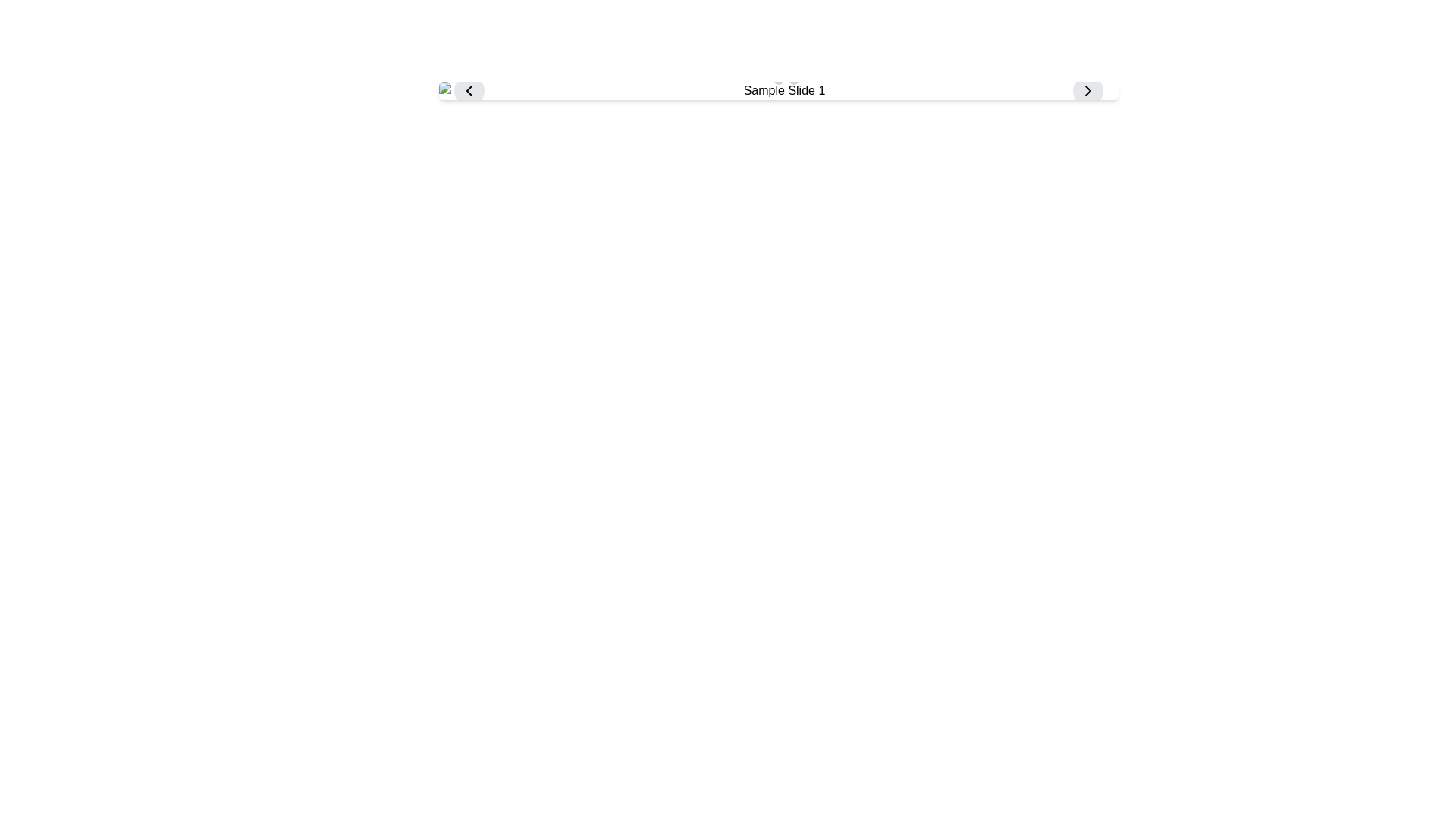  What do you see at coordinates (468, 90) in the screenshot?
I see `the left-pointing chevron icon located in the top-left corner of the interface, next to the page title 'Sample Slide 1'` at bounding box center [468, 90].